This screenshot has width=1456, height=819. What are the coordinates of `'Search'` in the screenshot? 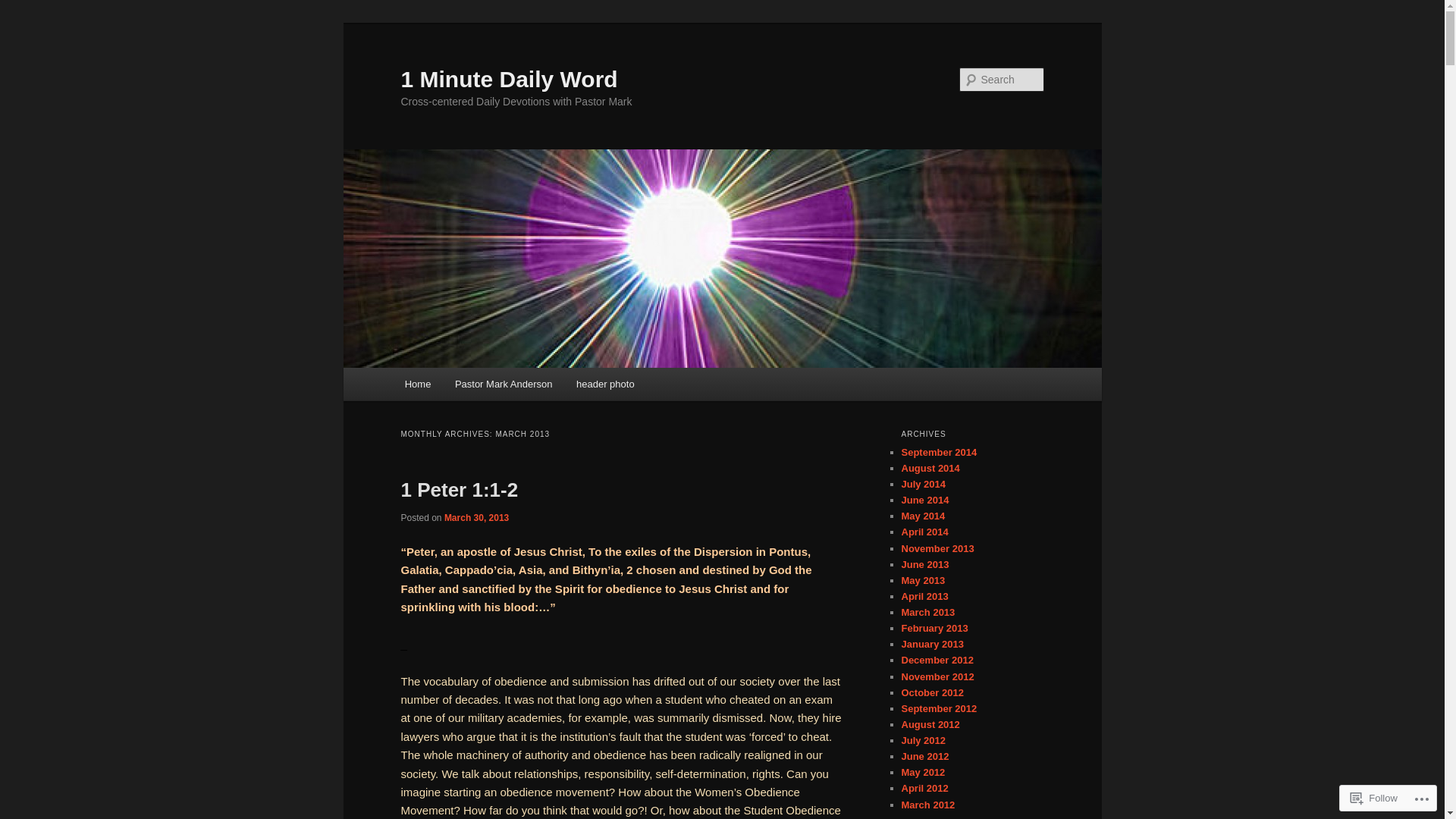 It's located at (0, 8).